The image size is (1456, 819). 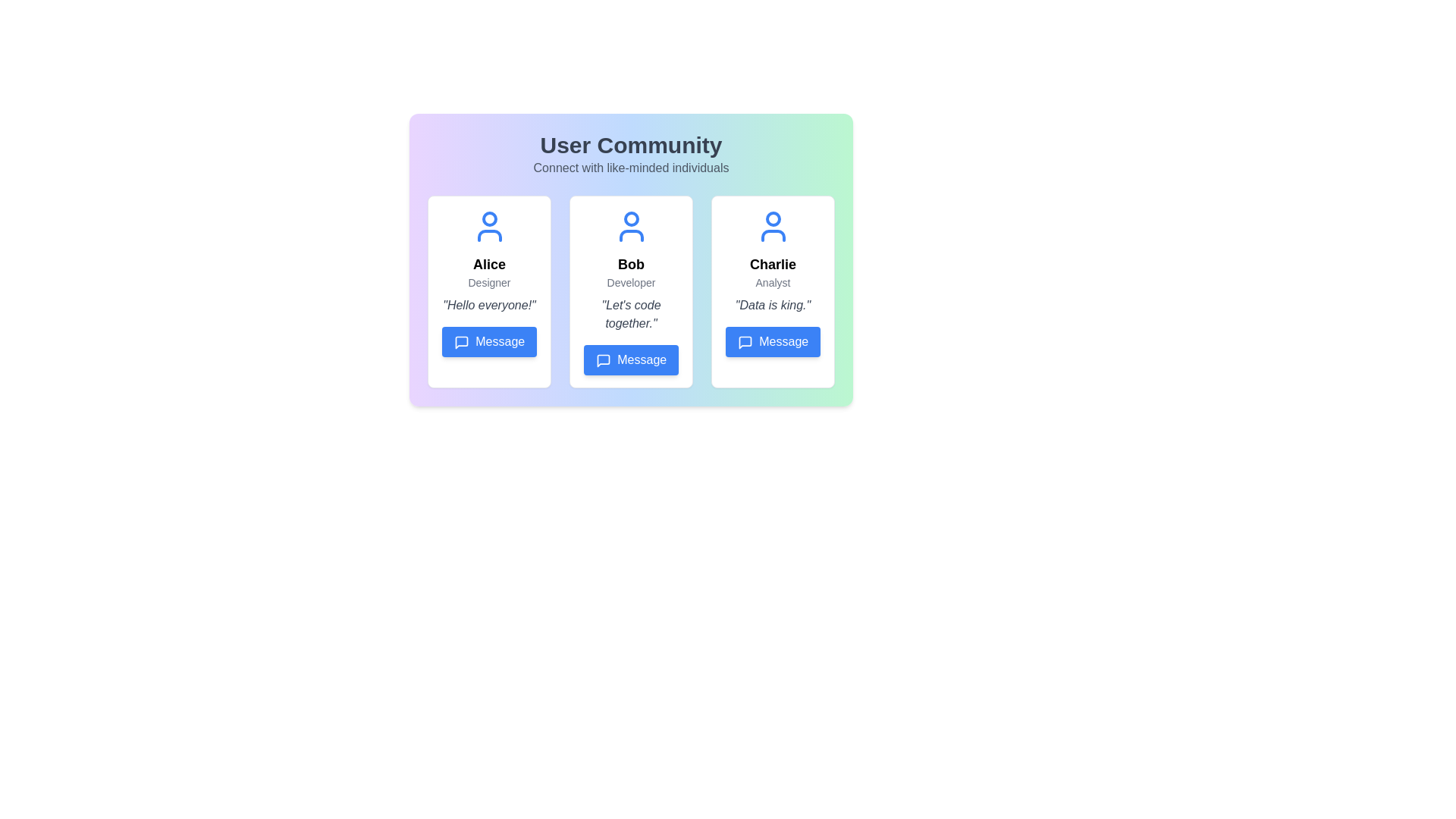 I want to click on the Text Block that serves as the title for the 'User Community' card, which is located at the top center with a gradient background, so click(x=631, y=155).